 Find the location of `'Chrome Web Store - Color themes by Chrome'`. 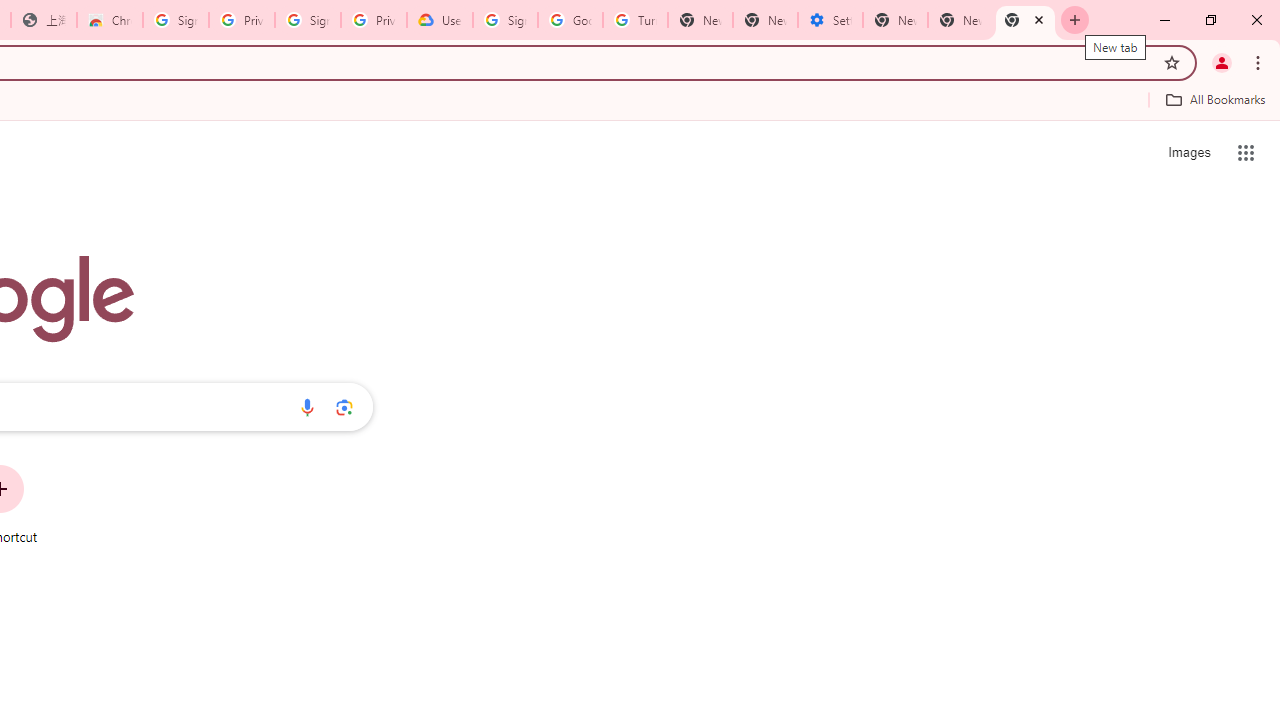

'Chrome Web Store - Color themes by Chrome' is located at coordinates (109, 20).